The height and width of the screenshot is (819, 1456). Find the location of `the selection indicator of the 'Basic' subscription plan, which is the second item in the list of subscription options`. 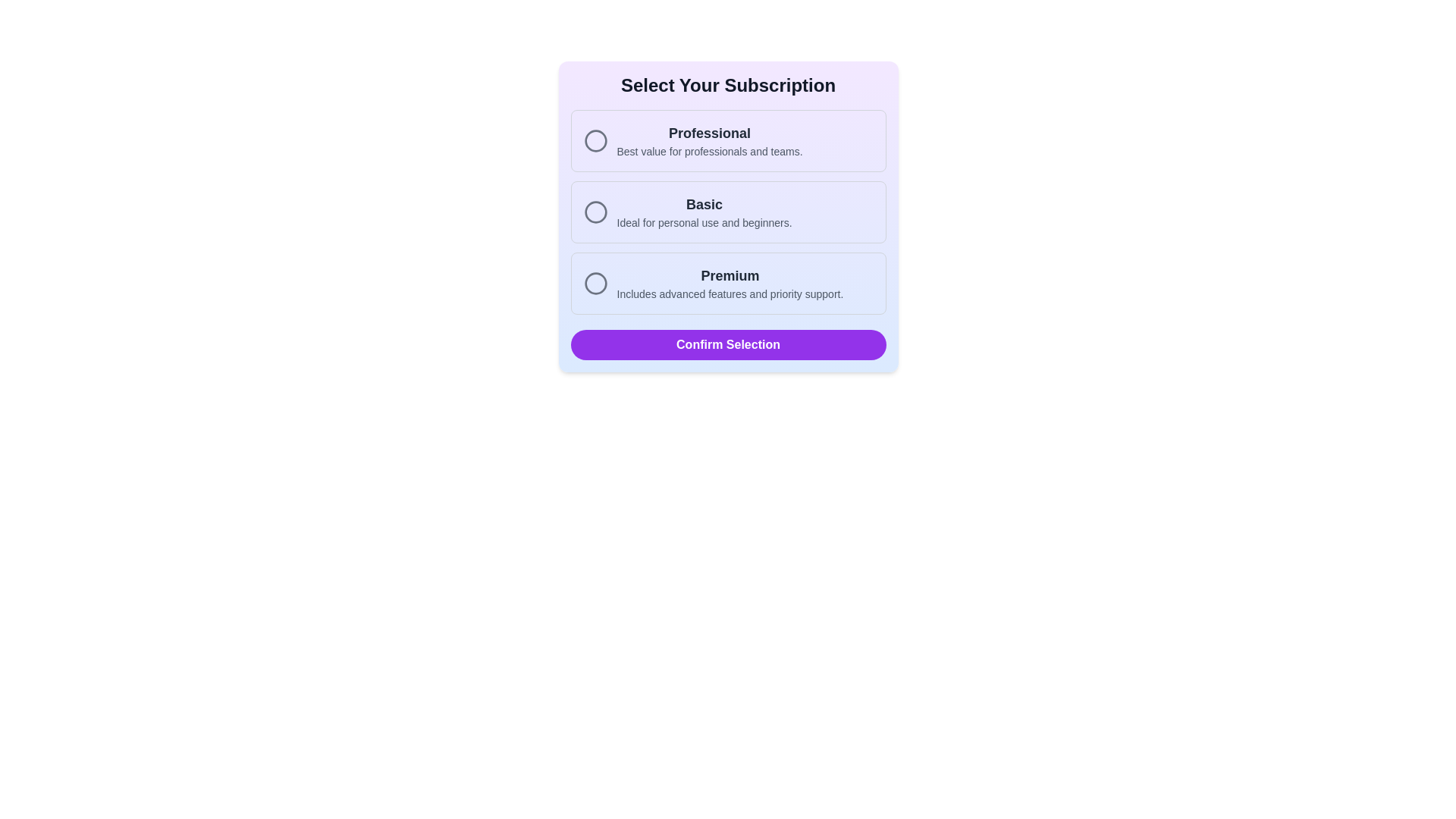

the selection indicator of the 'Basic' subscription plan, which is the second item in the list of subscription options is located at coordinates (728, 212).